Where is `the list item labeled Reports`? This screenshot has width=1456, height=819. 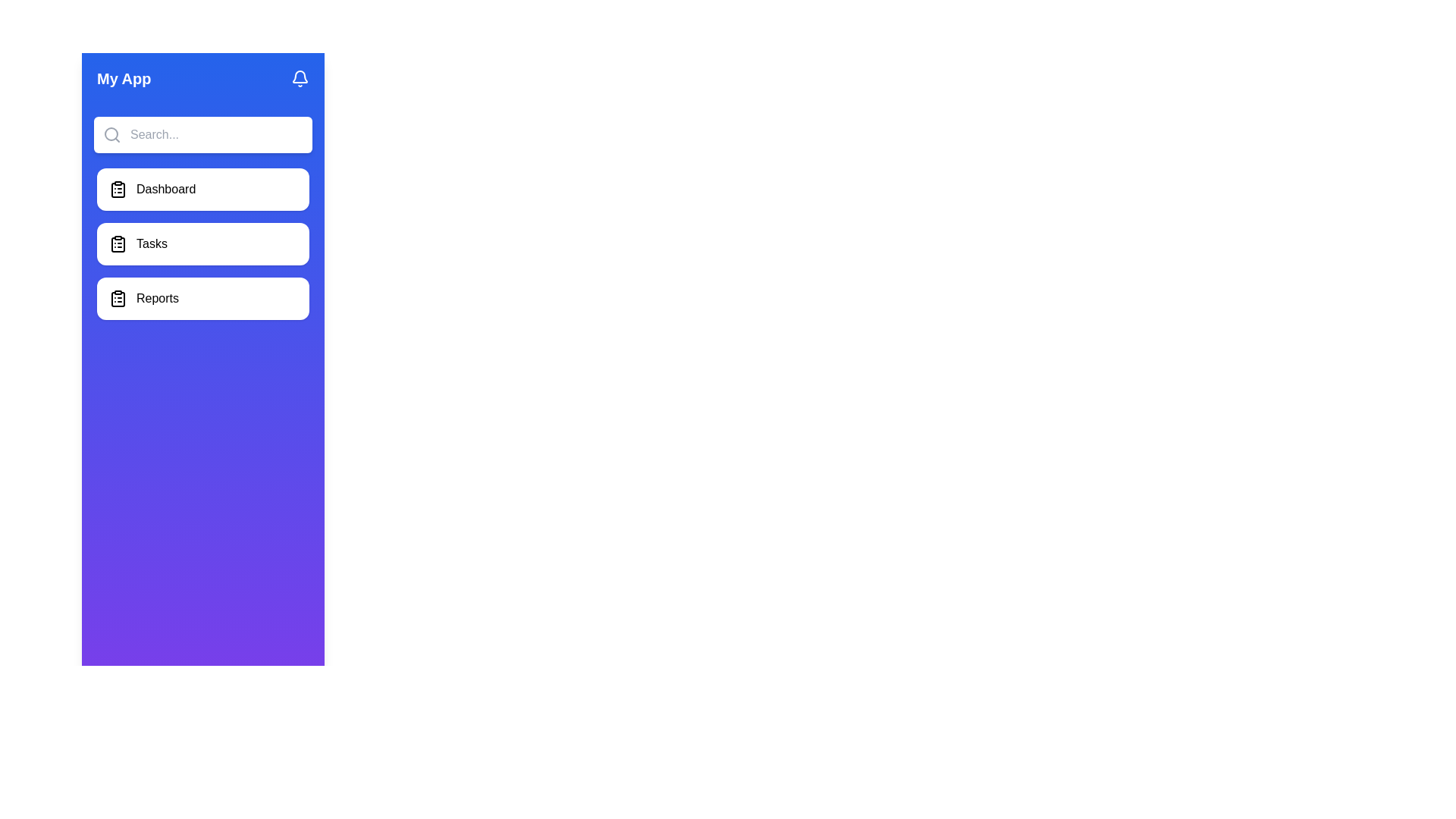
the list item labeled Reports is located at coordinates (202, 298).